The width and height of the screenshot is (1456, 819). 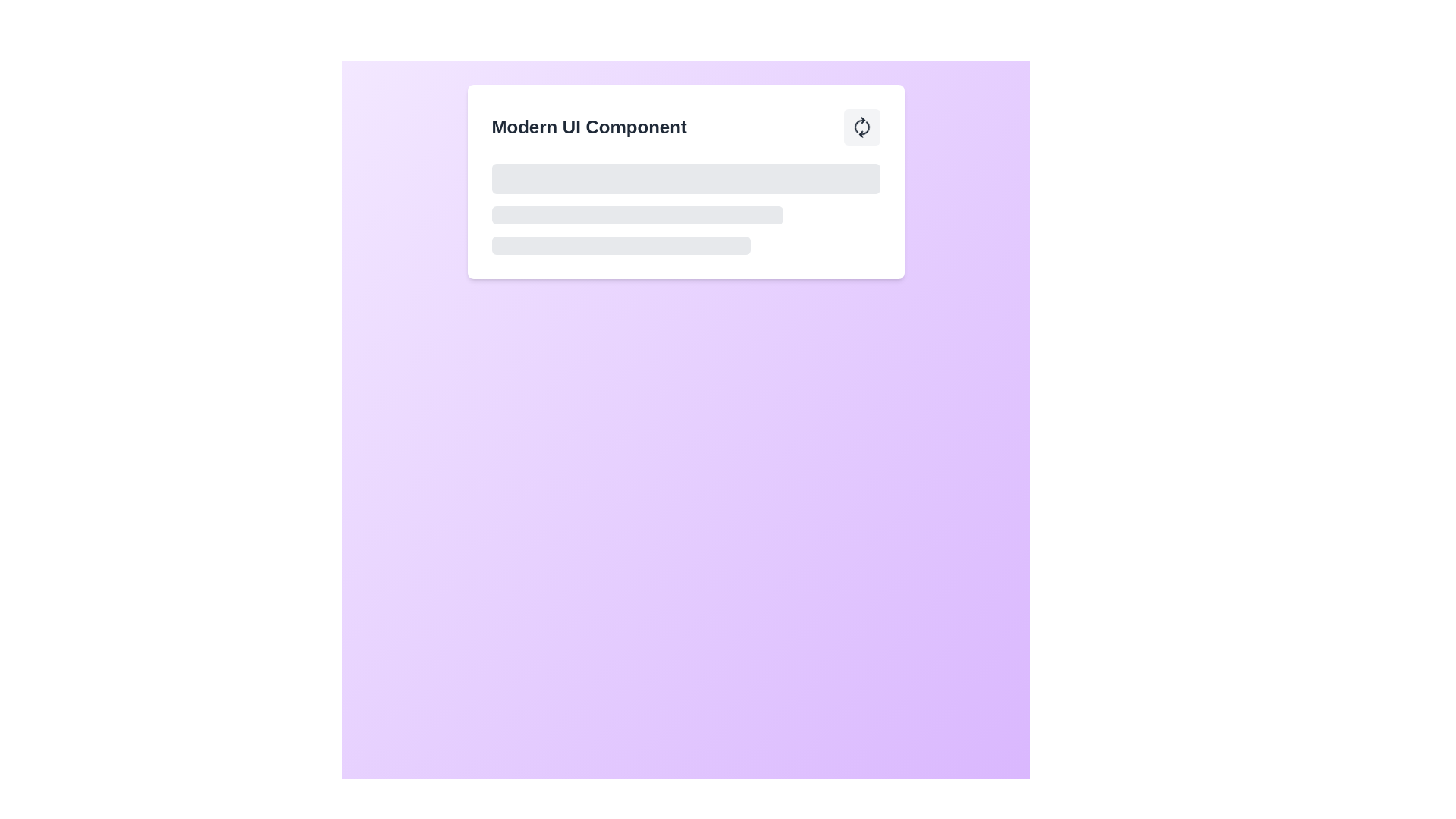 I want to click on the circular refresh button with spinning arrows in the top-right region of the 'Modern UI Component', so click(x=861, y=127).